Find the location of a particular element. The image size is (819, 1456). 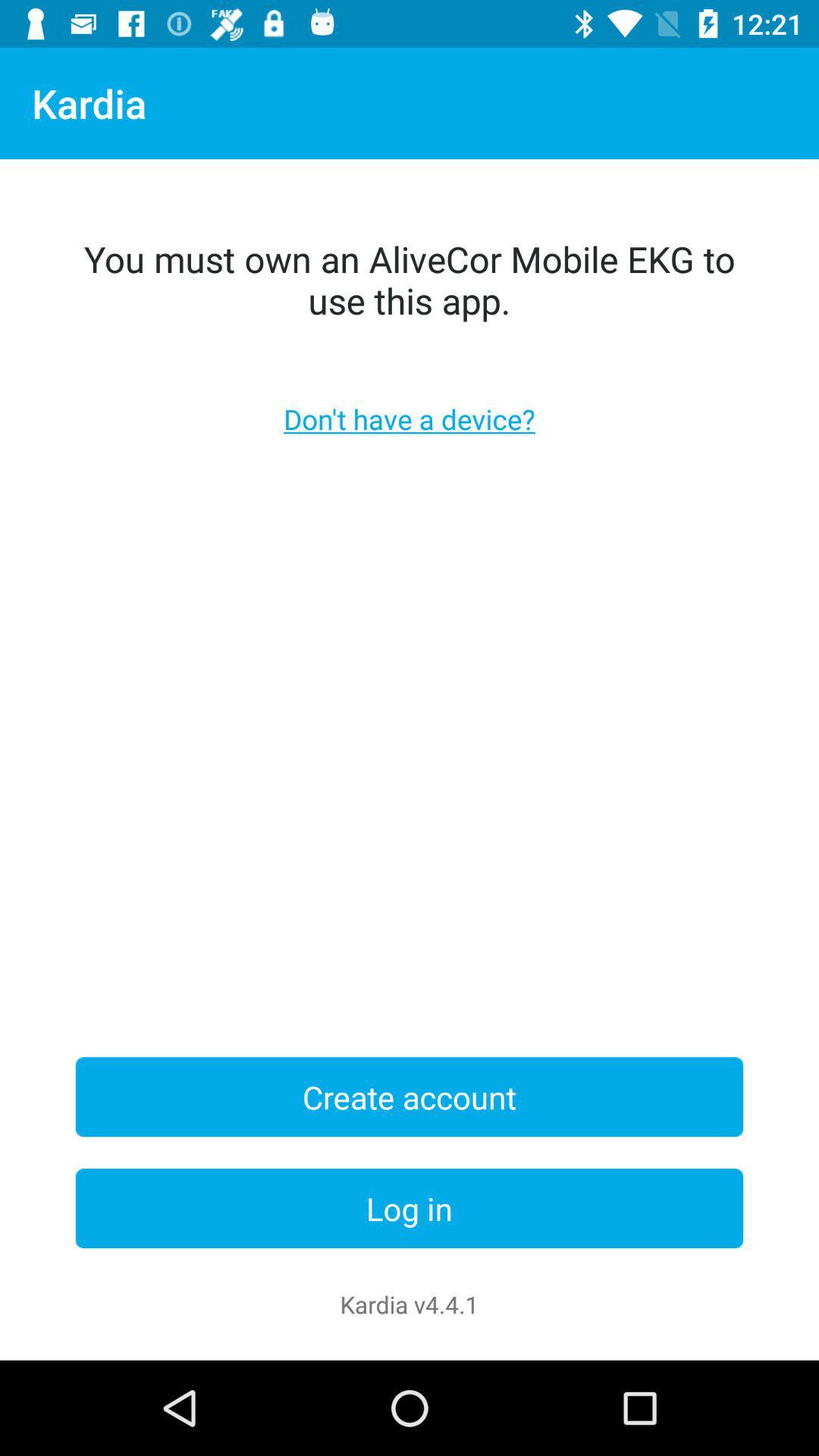

the item below the create account is located at coordinates (409, 1207).